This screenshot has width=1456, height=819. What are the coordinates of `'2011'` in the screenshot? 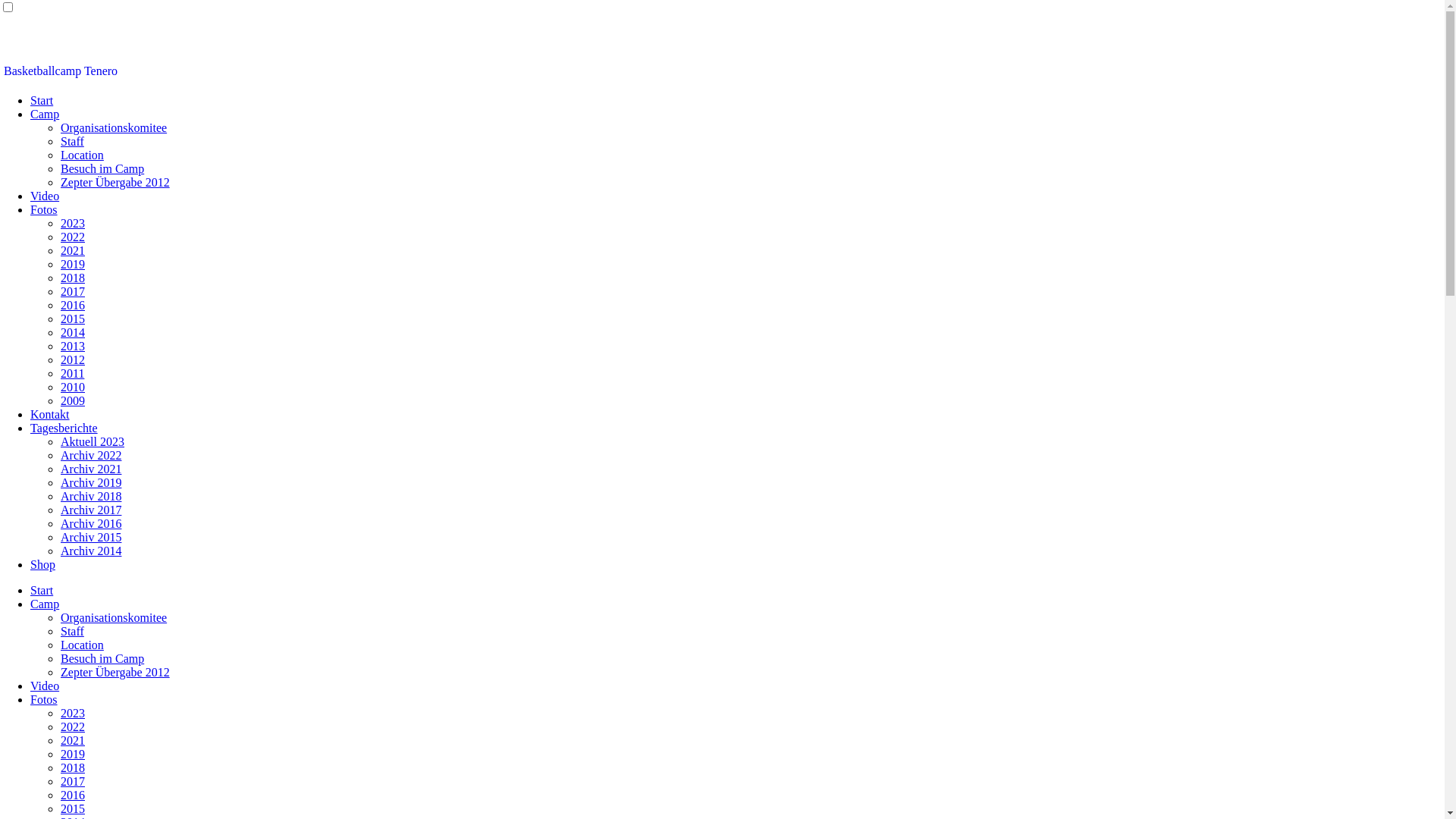 It's located at (71, 373).